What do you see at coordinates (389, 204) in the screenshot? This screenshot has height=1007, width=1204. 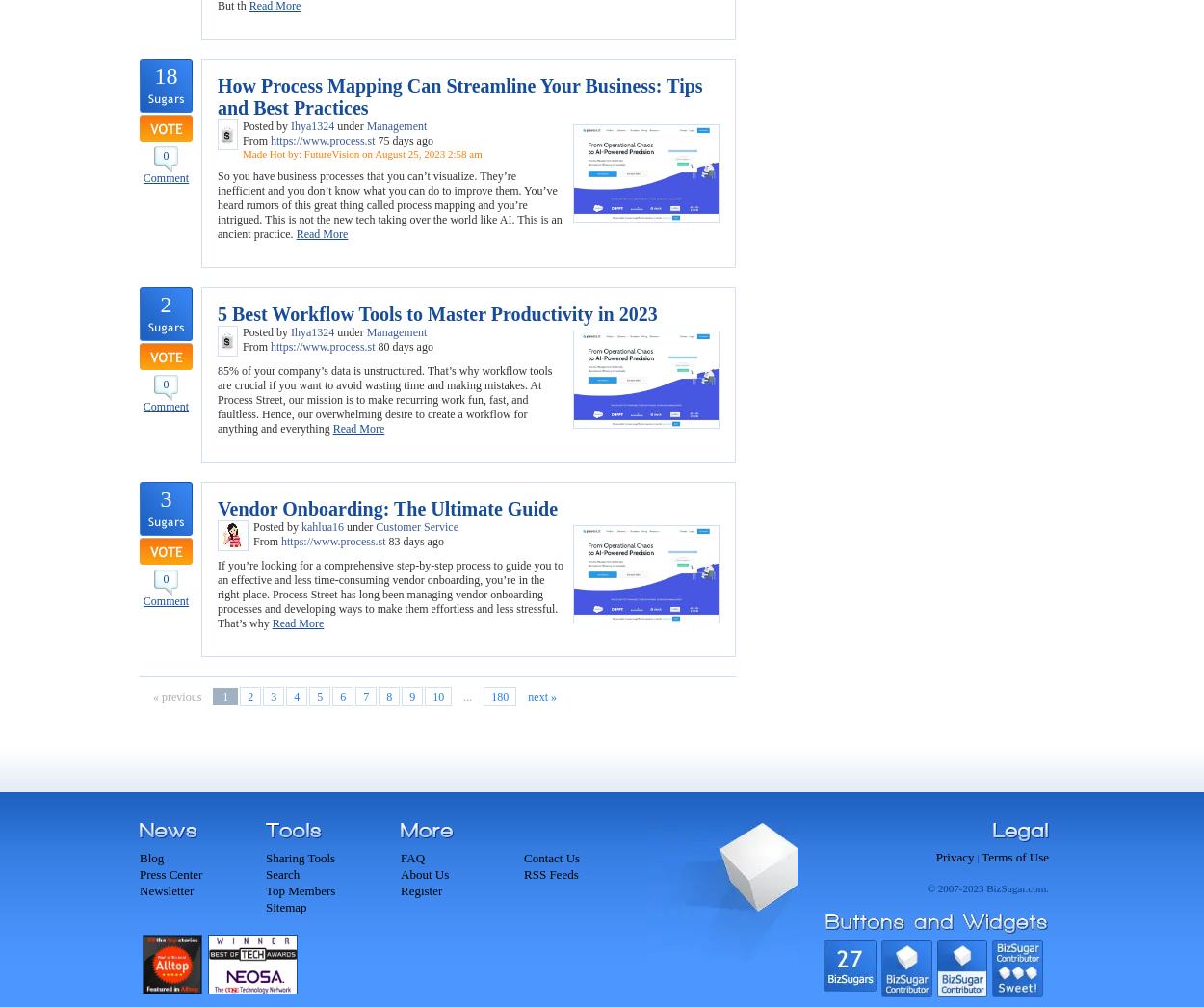 I see `'So you have business processes that you can’t visualize. They’re inefficient and you don’t know what you can do to improve them. You’ve heard rumors of this great thing called process mapping and you’re intrigued. This is not the new tech taking over the world like AI. This is an ancient practice.'` at bounding box center [389, 204].